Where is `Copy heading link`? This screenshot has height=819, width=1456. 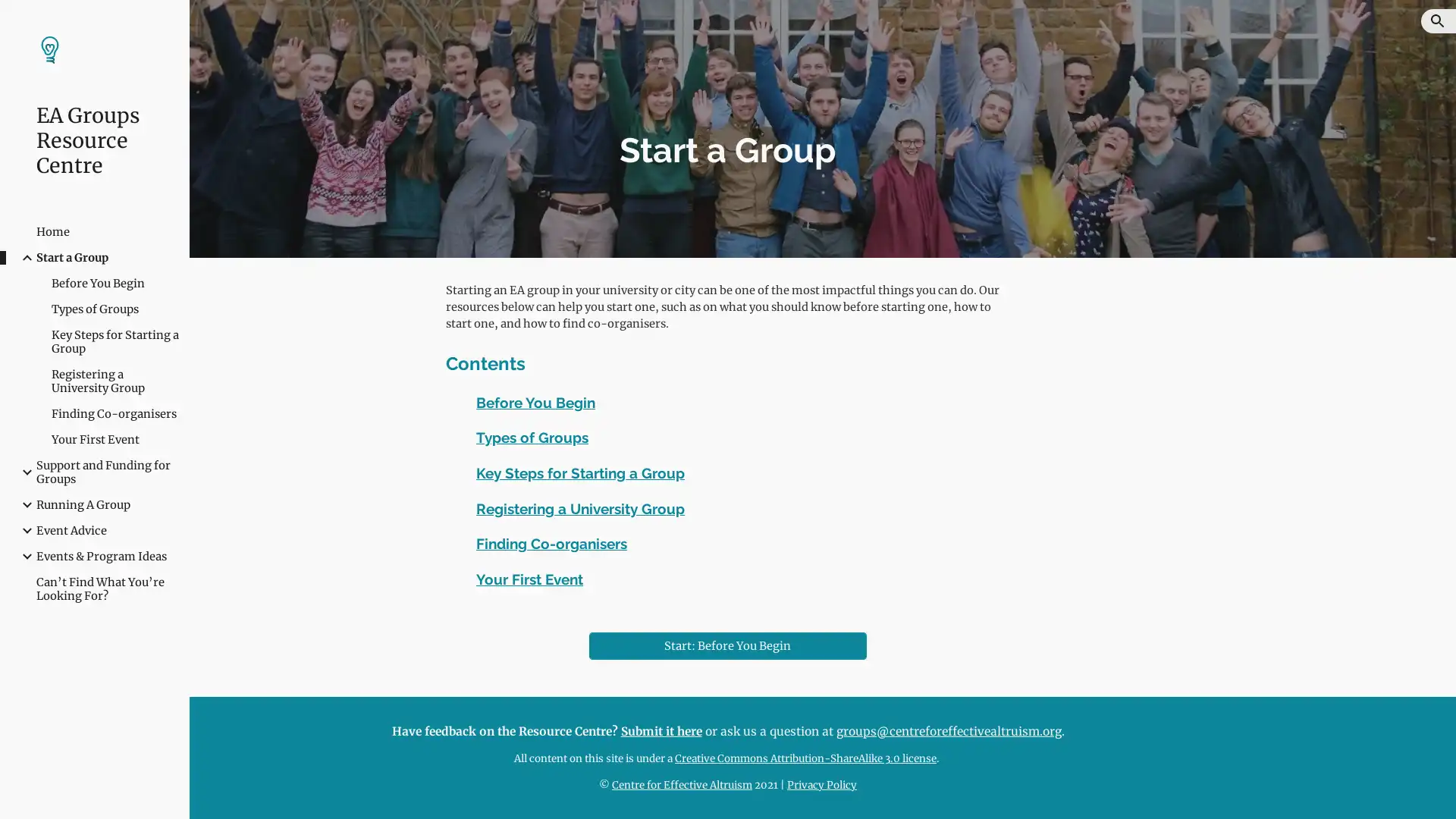 Copy heading link is located at coordinates (796, 472).